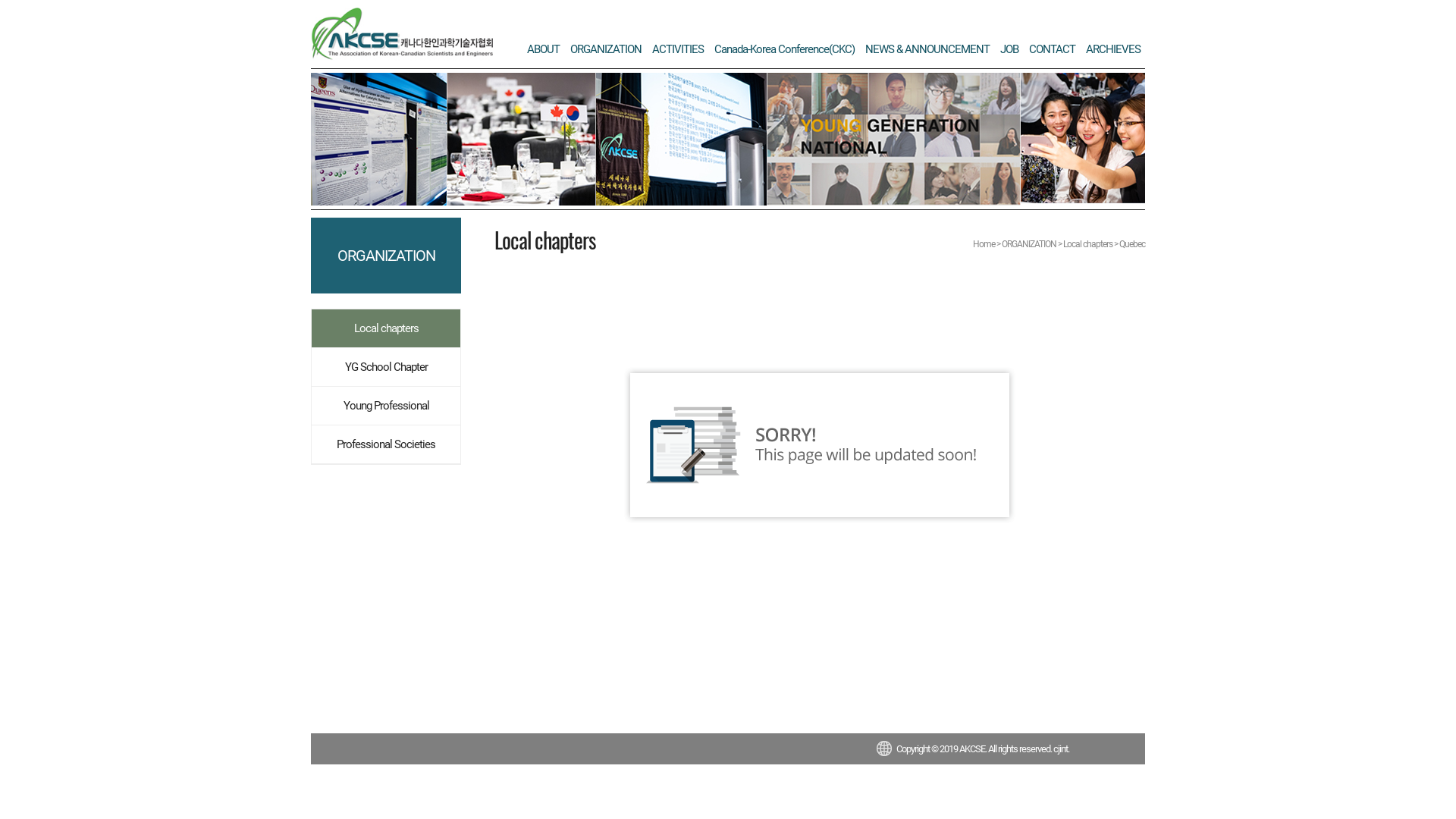  Describe the element at coordinates (927, 49) in the screenshot. I see `'NEWS & ANNOUNCEMENT'` at that location.